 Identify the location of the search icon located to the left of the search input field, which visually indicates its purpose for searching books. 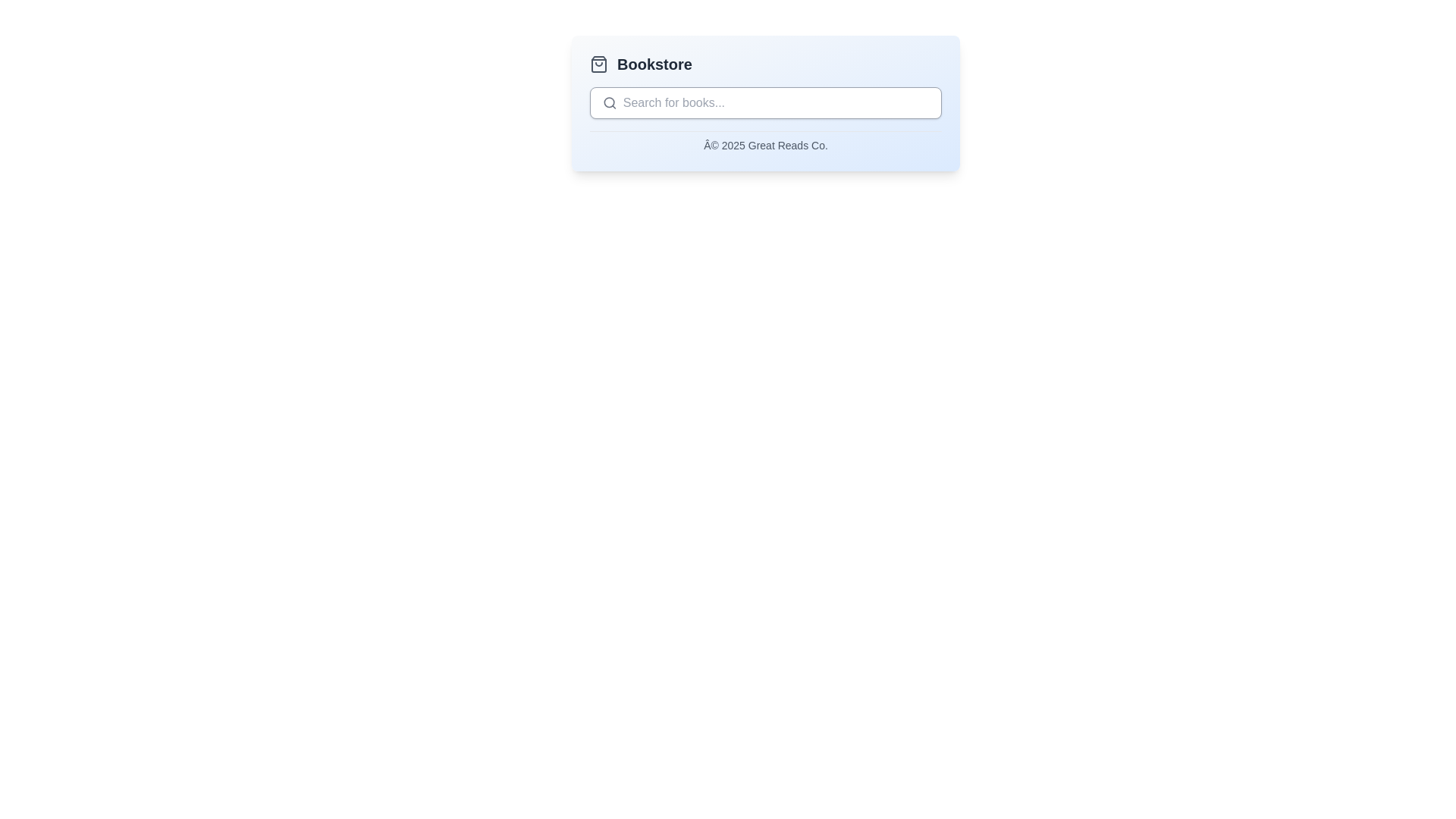
(610, 102).